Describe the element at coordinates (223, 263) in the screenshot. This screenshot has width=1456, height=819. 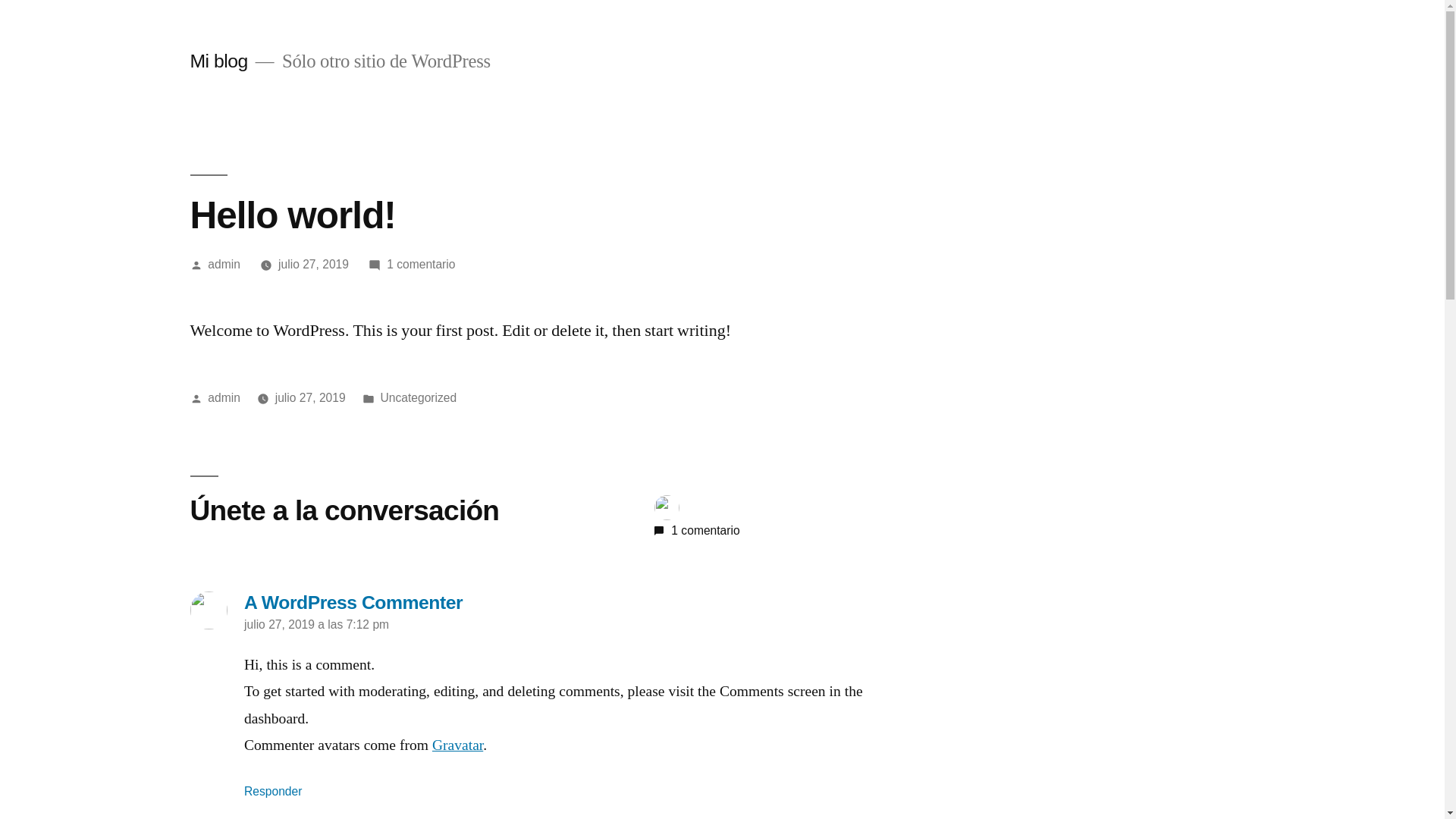
I see `'admin'` at that location.